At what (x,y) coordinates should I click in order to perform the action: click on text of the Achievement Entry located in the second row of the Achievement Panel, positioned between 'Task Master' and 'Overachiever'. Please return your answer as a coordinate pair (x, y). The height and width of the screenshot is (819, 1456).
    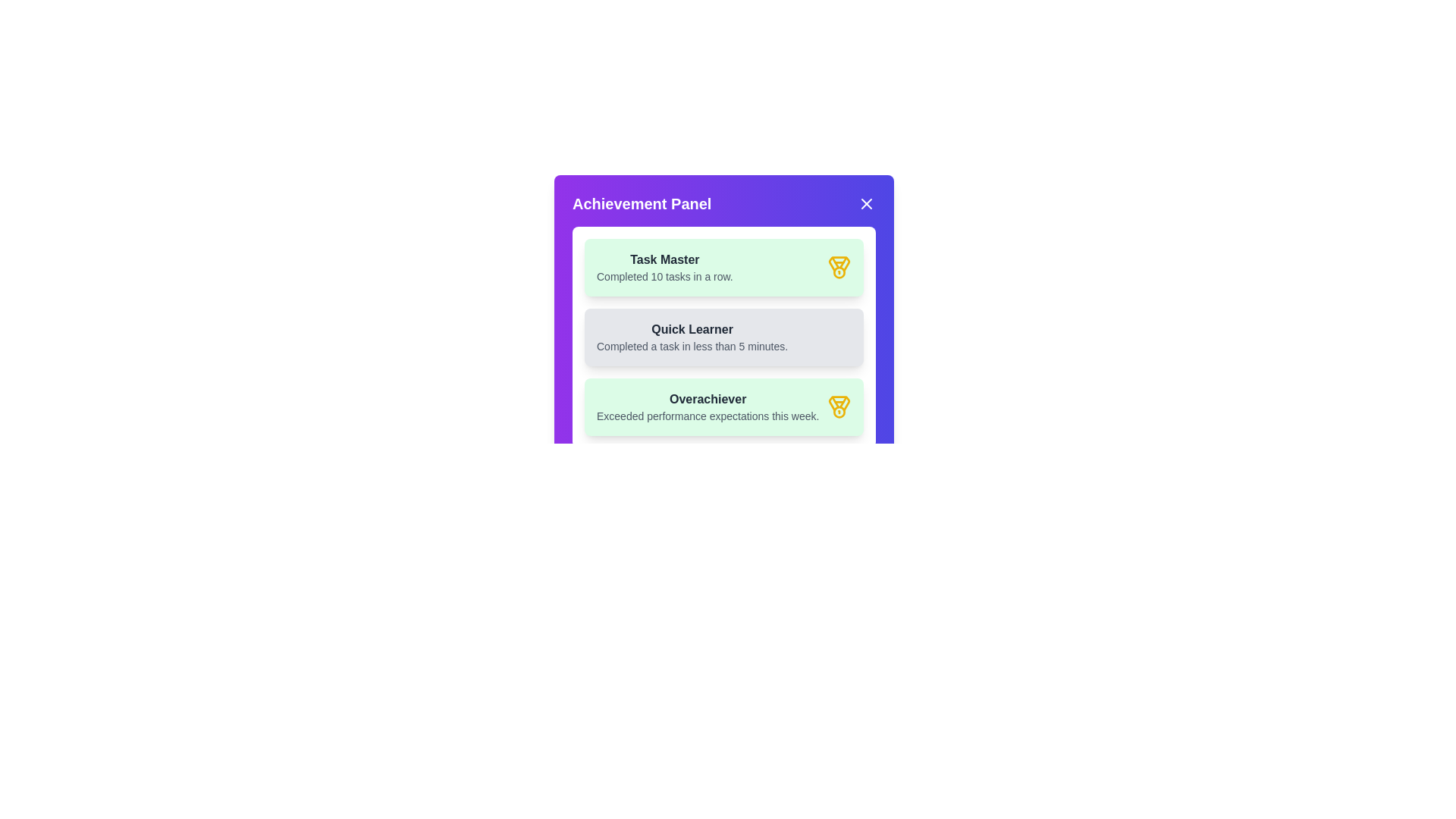
    Looking at the image, I should click on (692, 336).